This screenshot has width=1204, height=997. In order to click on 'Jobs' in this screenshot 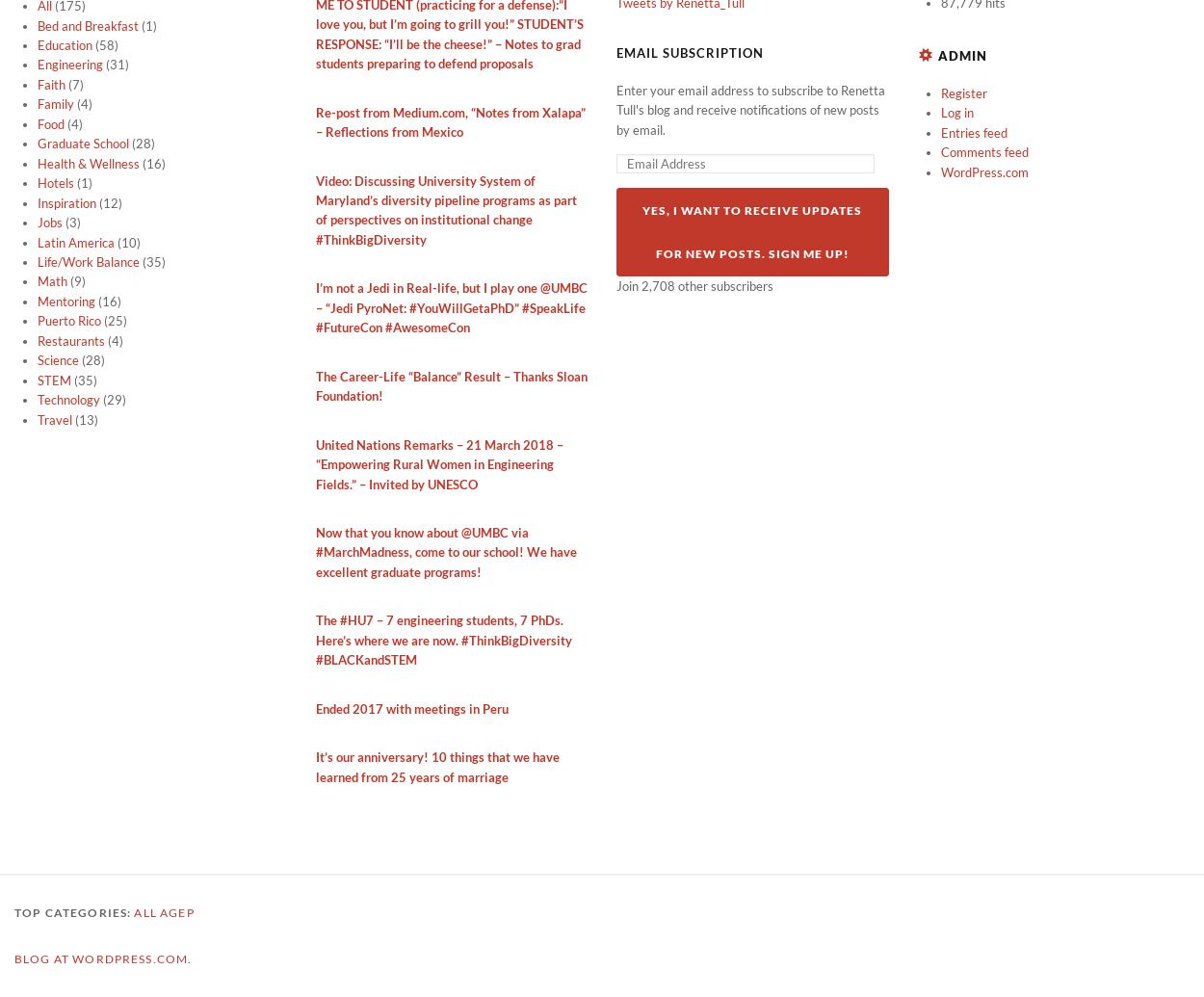, I will do `click(38, 223)`.